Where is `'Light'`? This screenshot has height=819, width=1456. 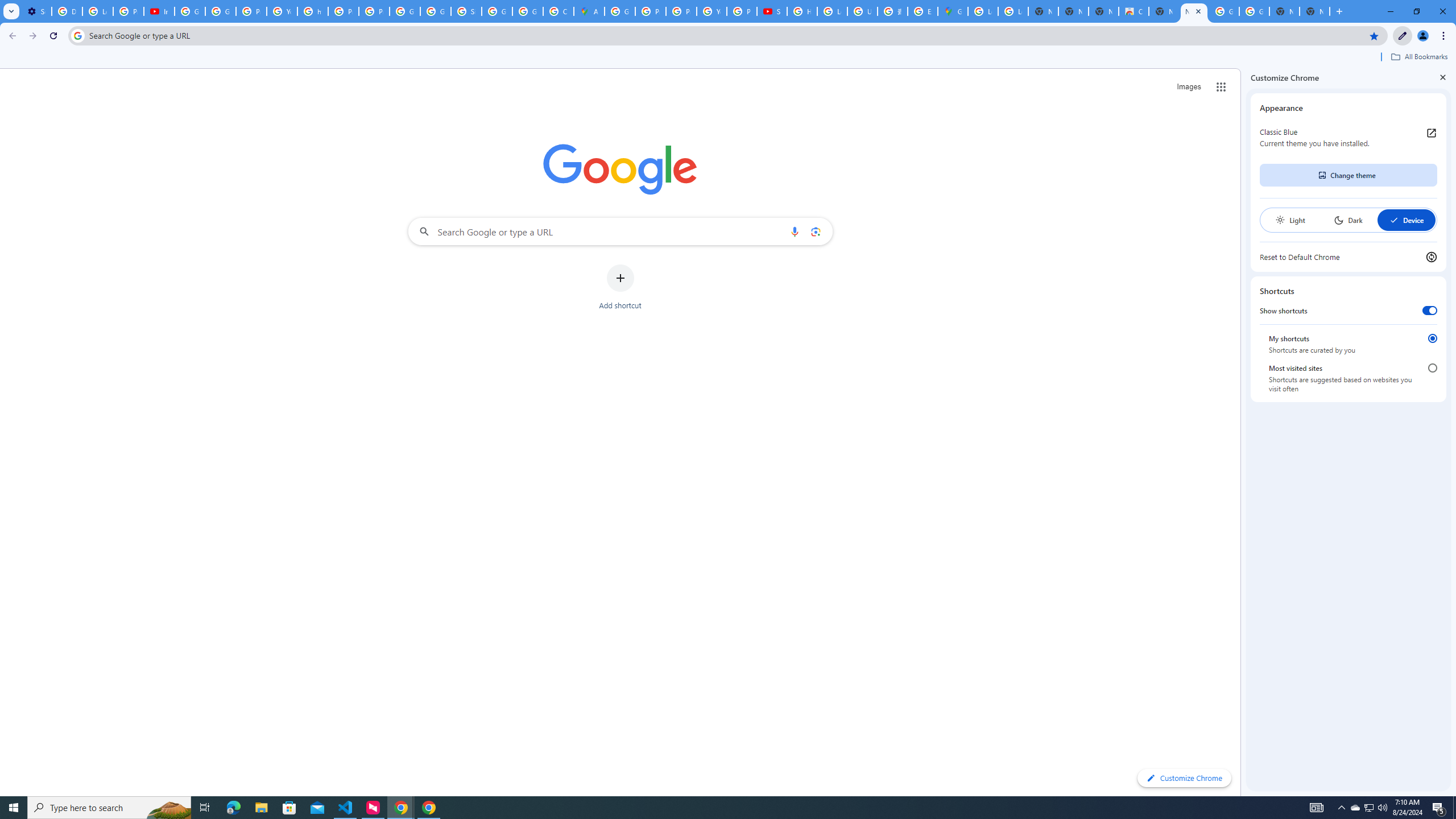 'Light' is located at coordinates (1289, 220).